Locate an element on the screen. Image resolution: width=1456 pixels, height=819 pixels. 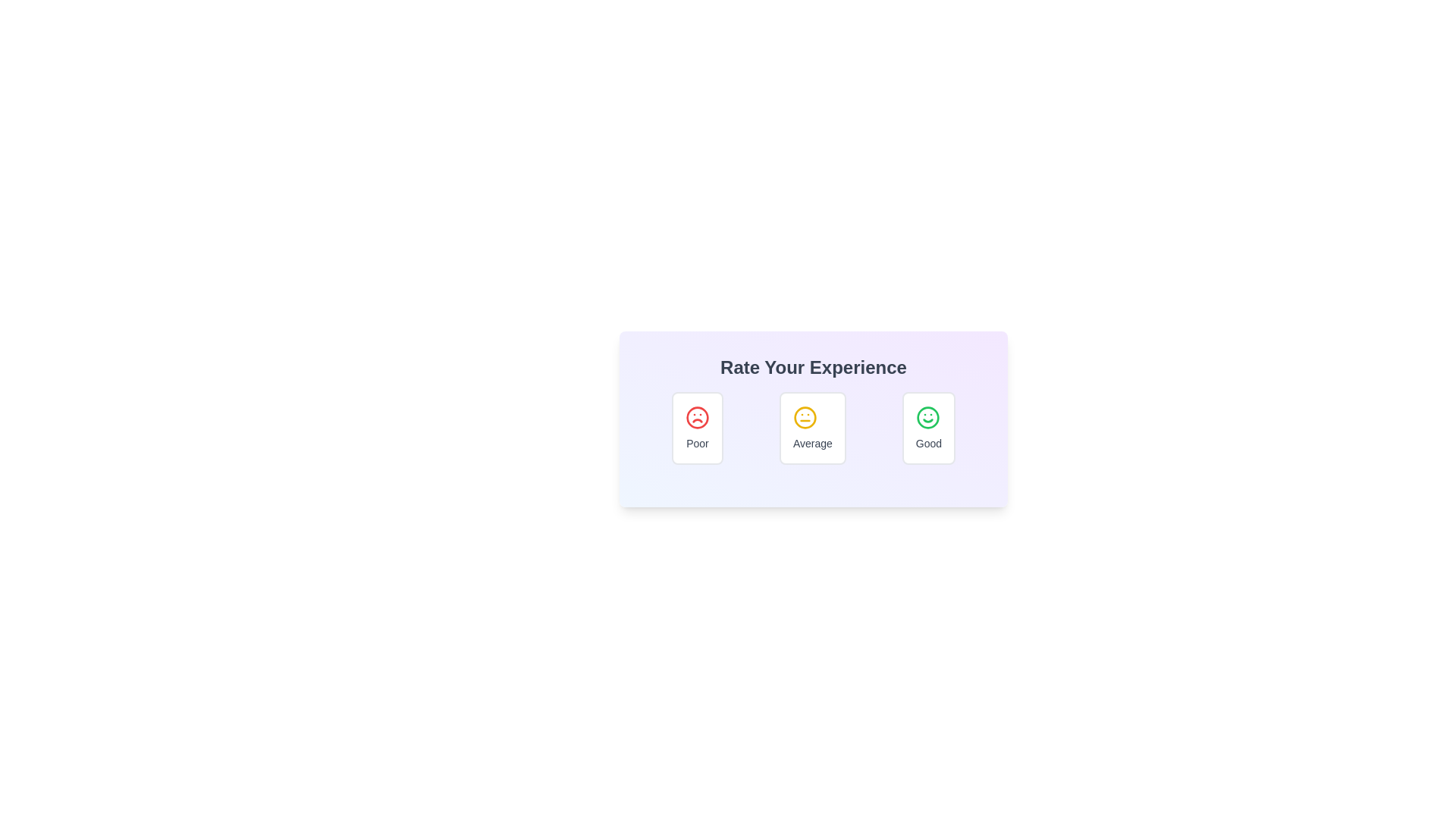
the Text label that describes the associated green smiling face icon, which displays the text 'Good' is located at coordinates (927, 444).